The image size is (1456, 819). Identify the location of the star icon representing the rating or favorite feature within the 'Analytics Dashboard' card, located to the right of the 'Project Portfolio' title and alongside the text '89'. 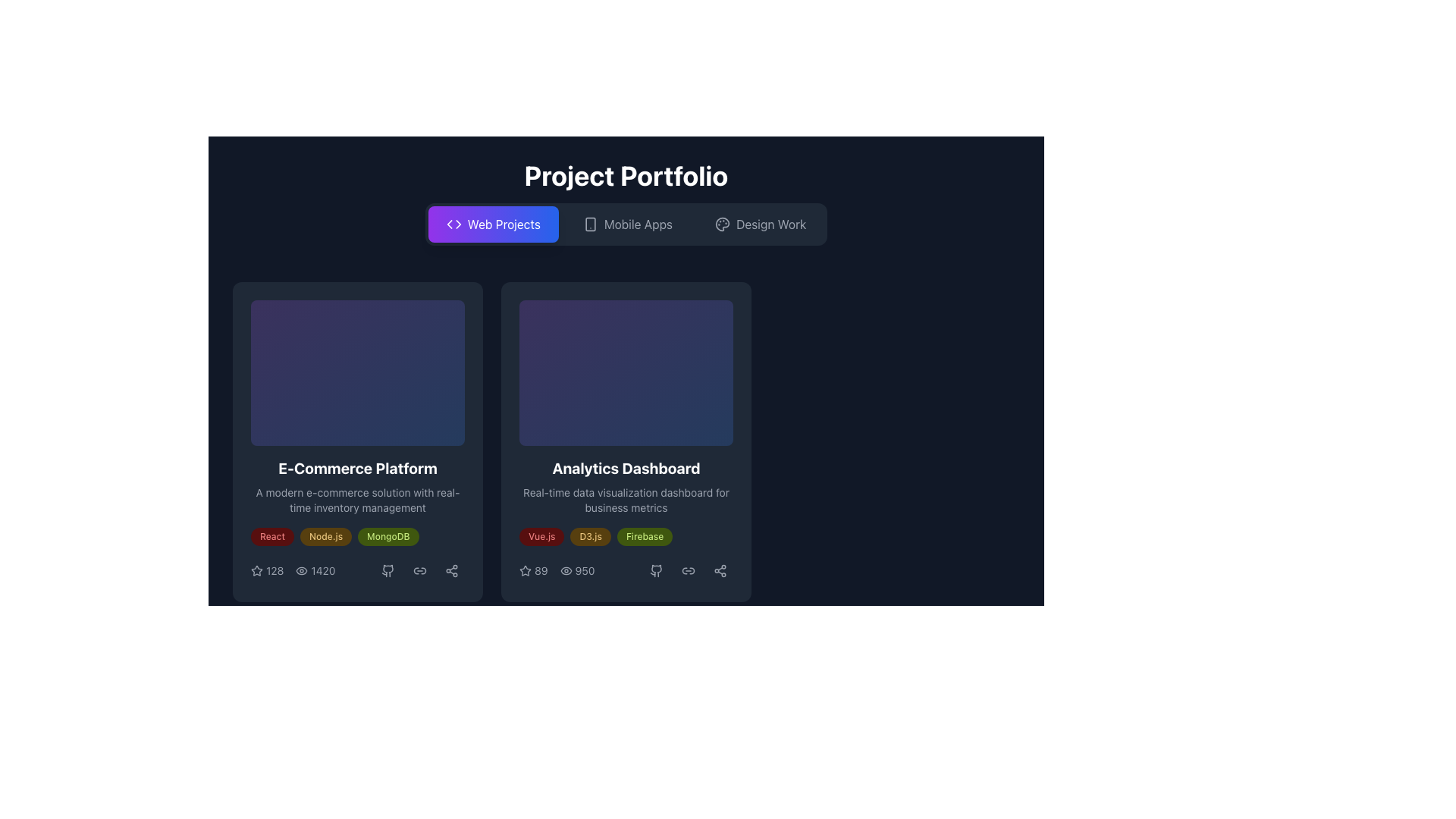
(525, 570).